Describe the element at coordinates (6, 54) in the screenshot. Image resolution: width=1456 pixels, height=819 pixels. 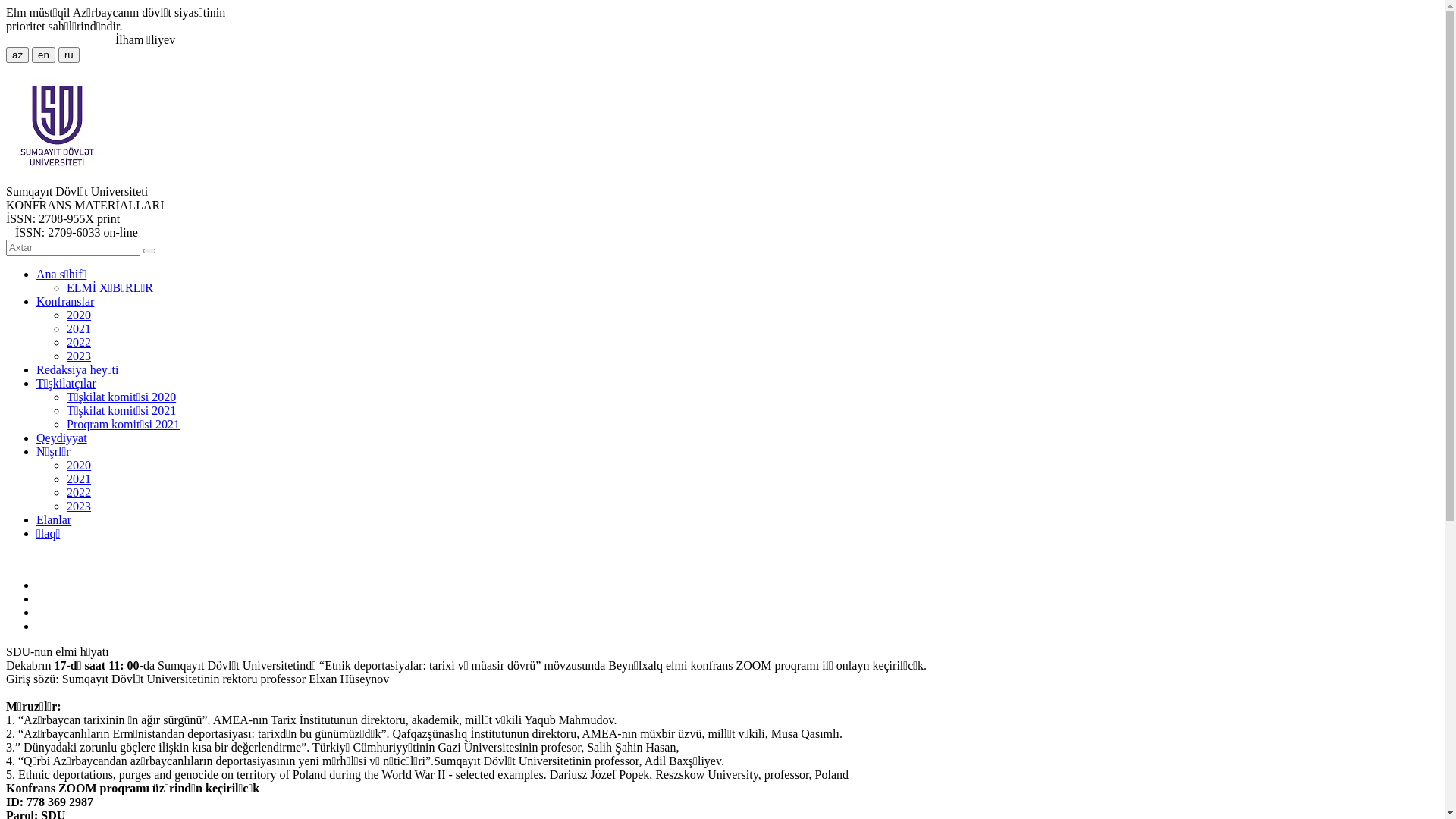
I see `'az'` at that location.